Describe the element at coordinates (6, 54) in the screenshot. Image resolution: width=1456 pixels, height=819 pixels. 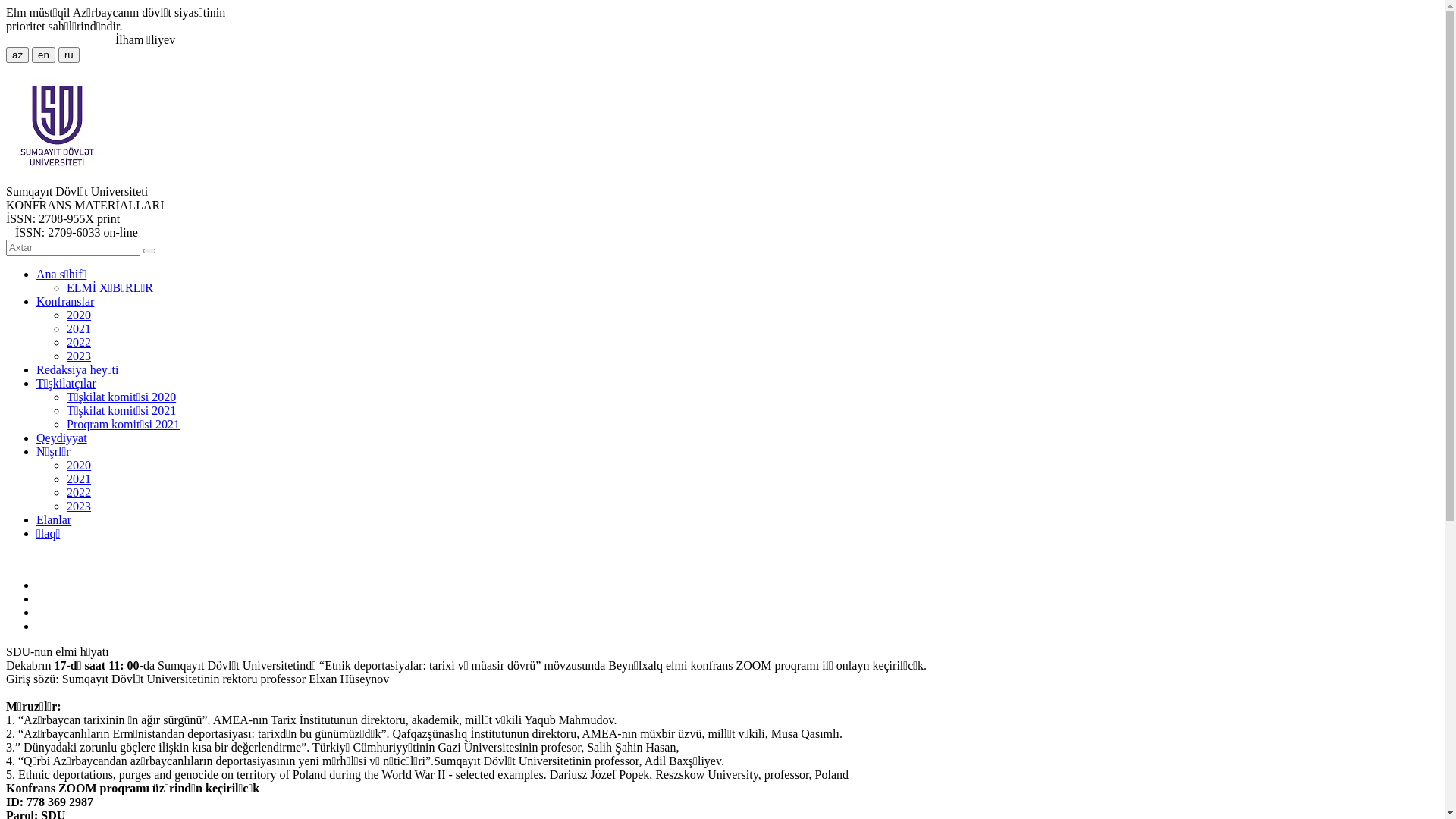
I see `'az'` at that location.